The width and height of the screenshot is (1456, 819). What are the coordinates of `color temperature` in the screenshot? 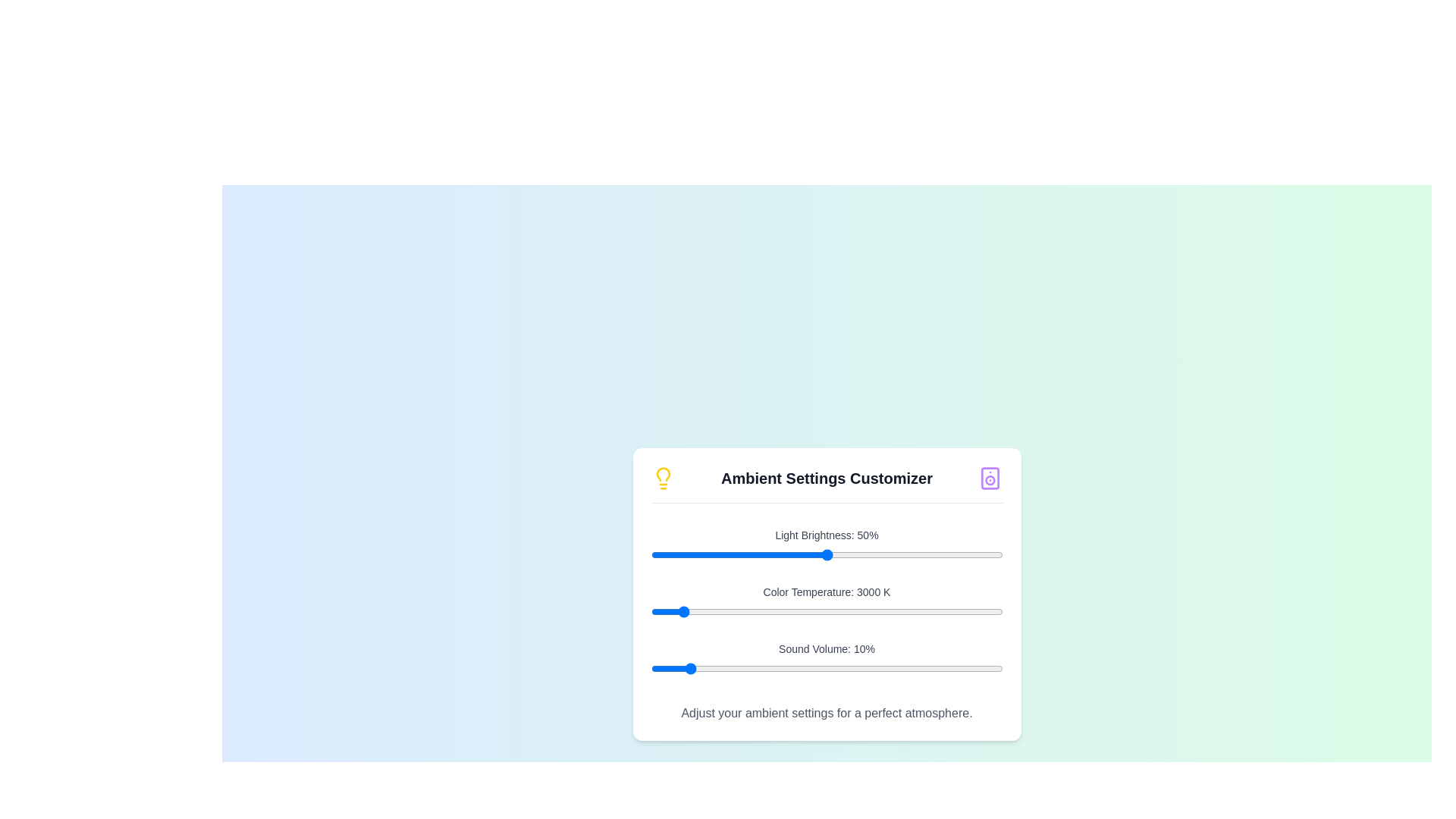 It's located at (871, 610).